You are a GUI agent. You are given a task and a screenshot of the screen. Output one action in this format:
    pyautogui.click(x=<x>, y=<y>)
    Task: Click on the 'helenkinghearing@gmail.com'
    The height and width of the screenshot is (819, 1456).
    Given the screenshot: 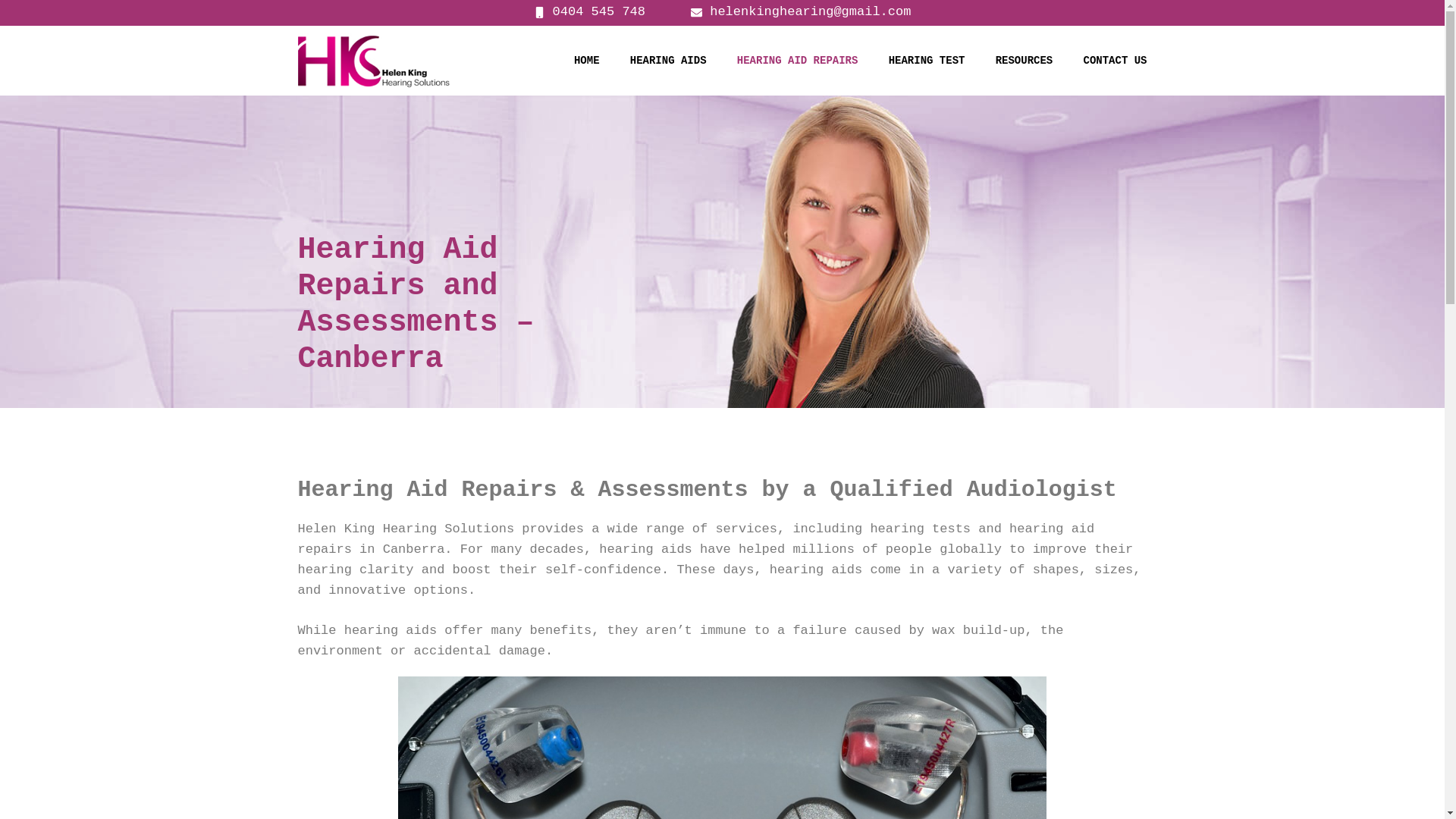 What is the action you would take?
    pyautogui.click(x=690, y=11)
    